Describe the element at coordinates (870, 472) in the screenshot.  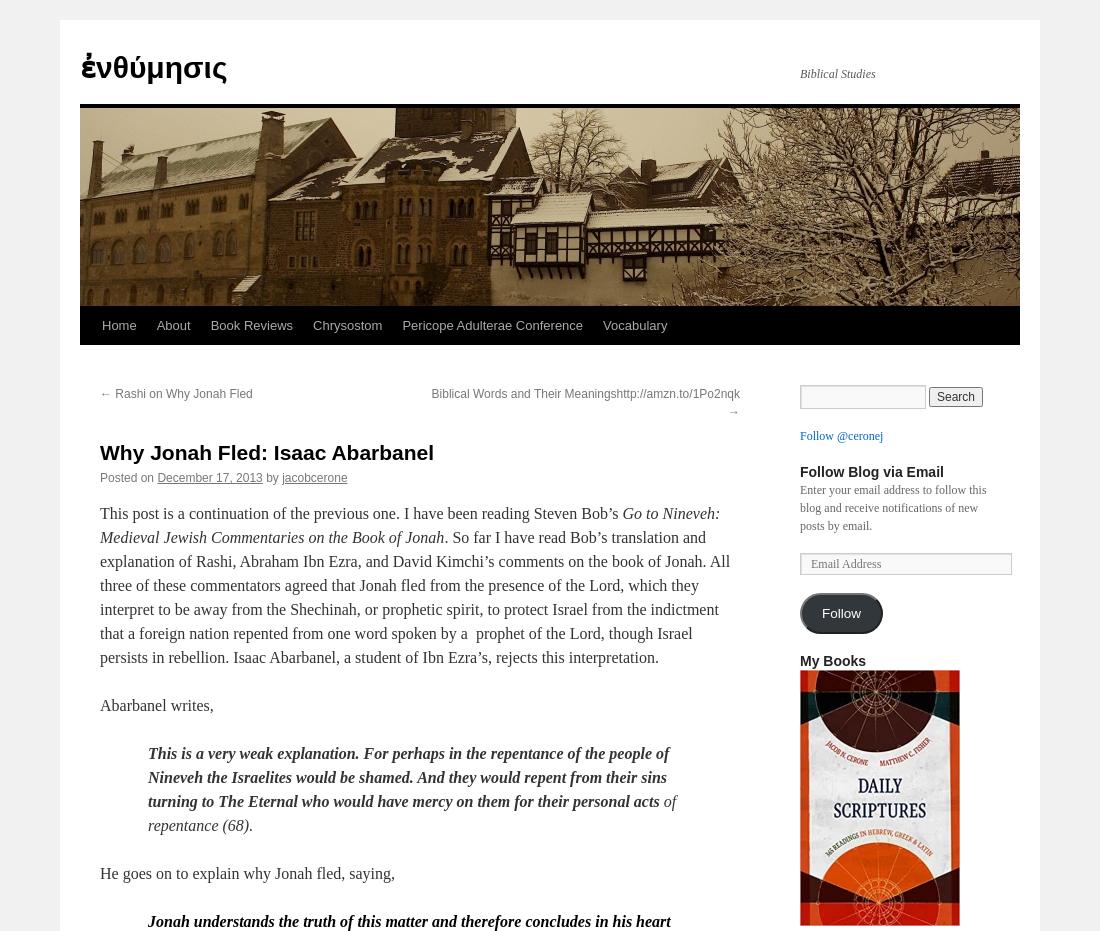
I see `'Follow Blog via Email'` at that location.